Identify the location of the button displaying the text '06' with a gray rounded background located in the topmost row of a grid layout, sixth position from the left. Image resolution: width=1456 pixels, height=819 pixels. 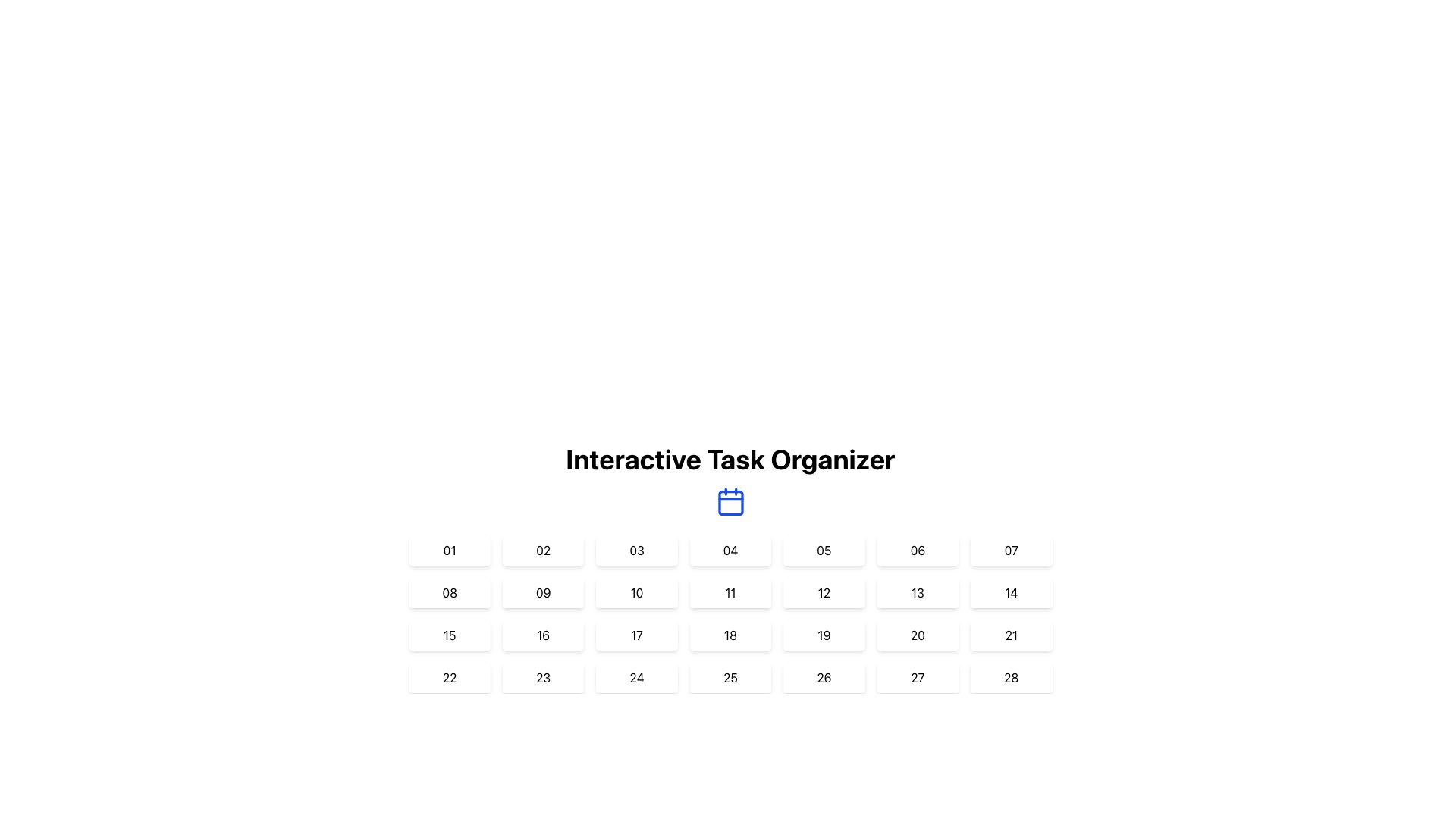
(917, 550).